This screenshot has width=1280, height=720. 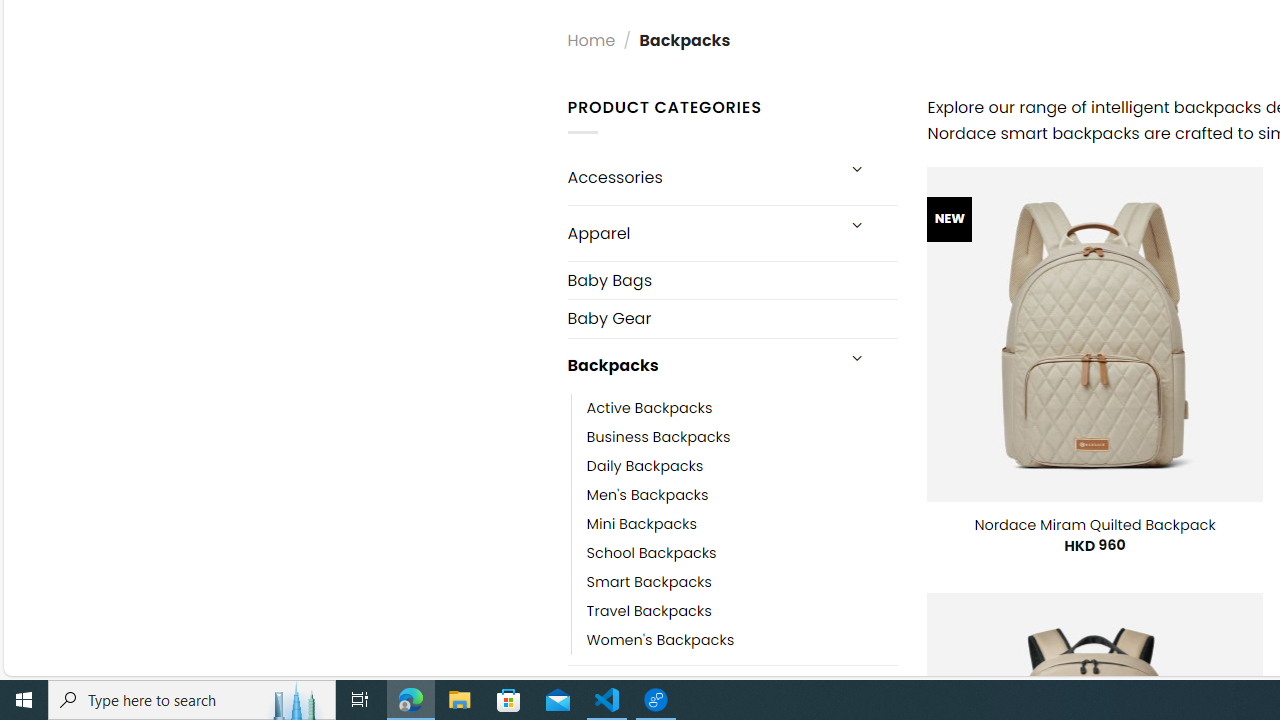 What do you see at coordinates (648, 609) in the screenshot?
I see `'Travel Backpacks'` at bounding box center [648, 609].